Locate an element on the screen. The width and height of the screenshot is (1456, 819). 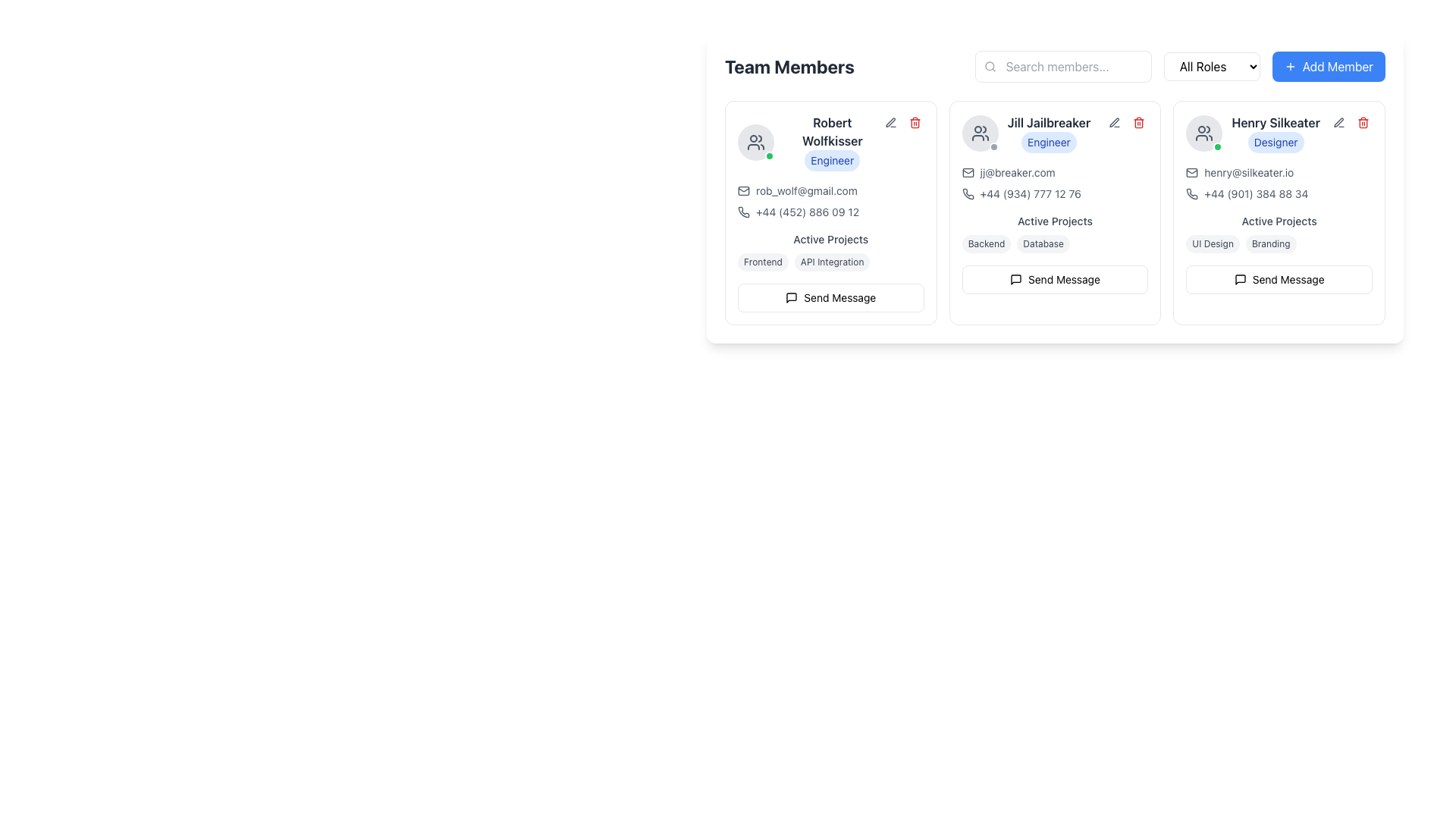
text label 'Jill Jailbreaker' with the role tag 'Engineer' located in the second profile card from the left in the 'Team Members' section, near the top part of the card, just below the profile icon is located at coordinates (1048, 133).